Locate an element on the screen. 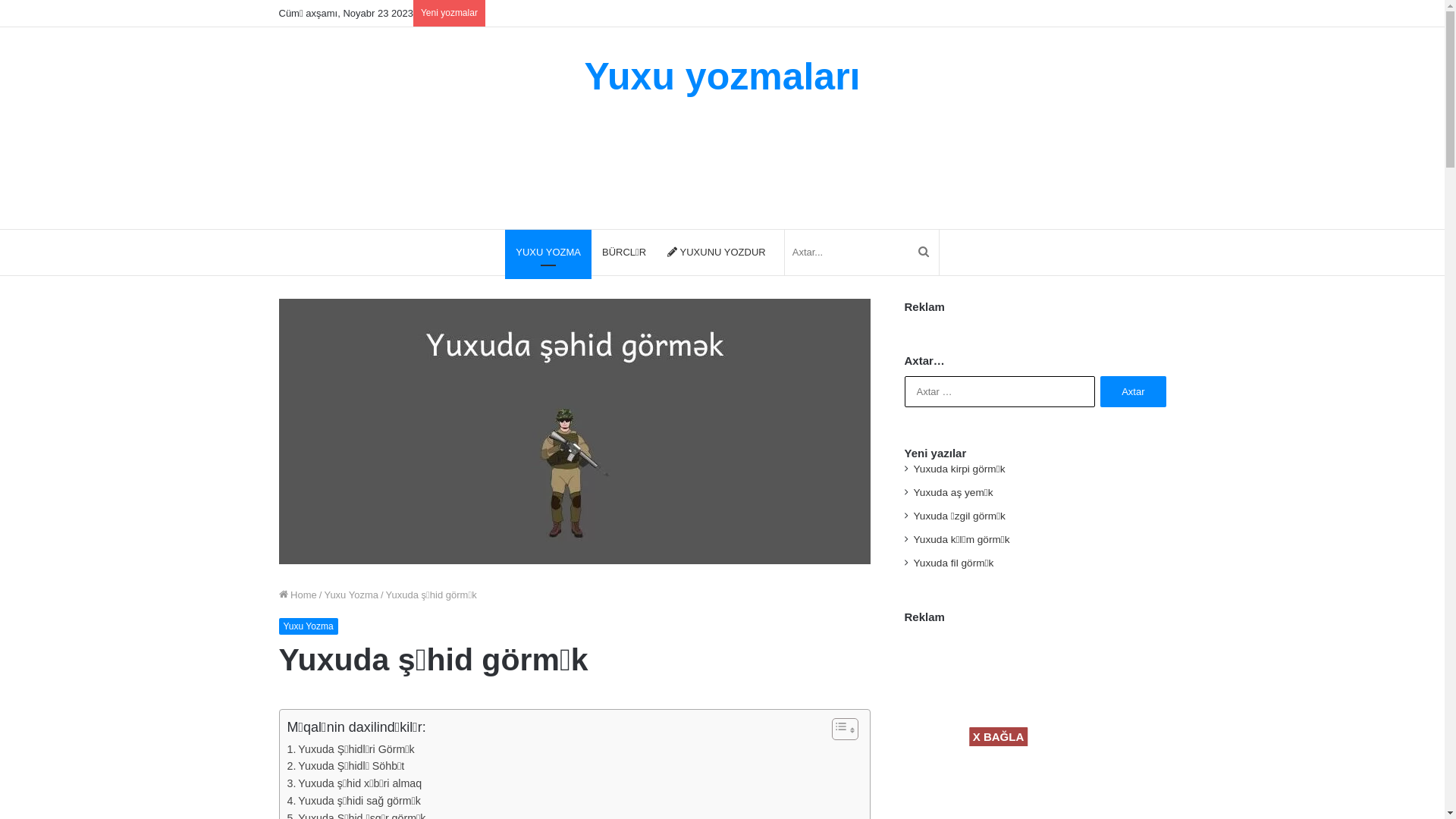  'Axtar' is located at coordinates (1100, 391).